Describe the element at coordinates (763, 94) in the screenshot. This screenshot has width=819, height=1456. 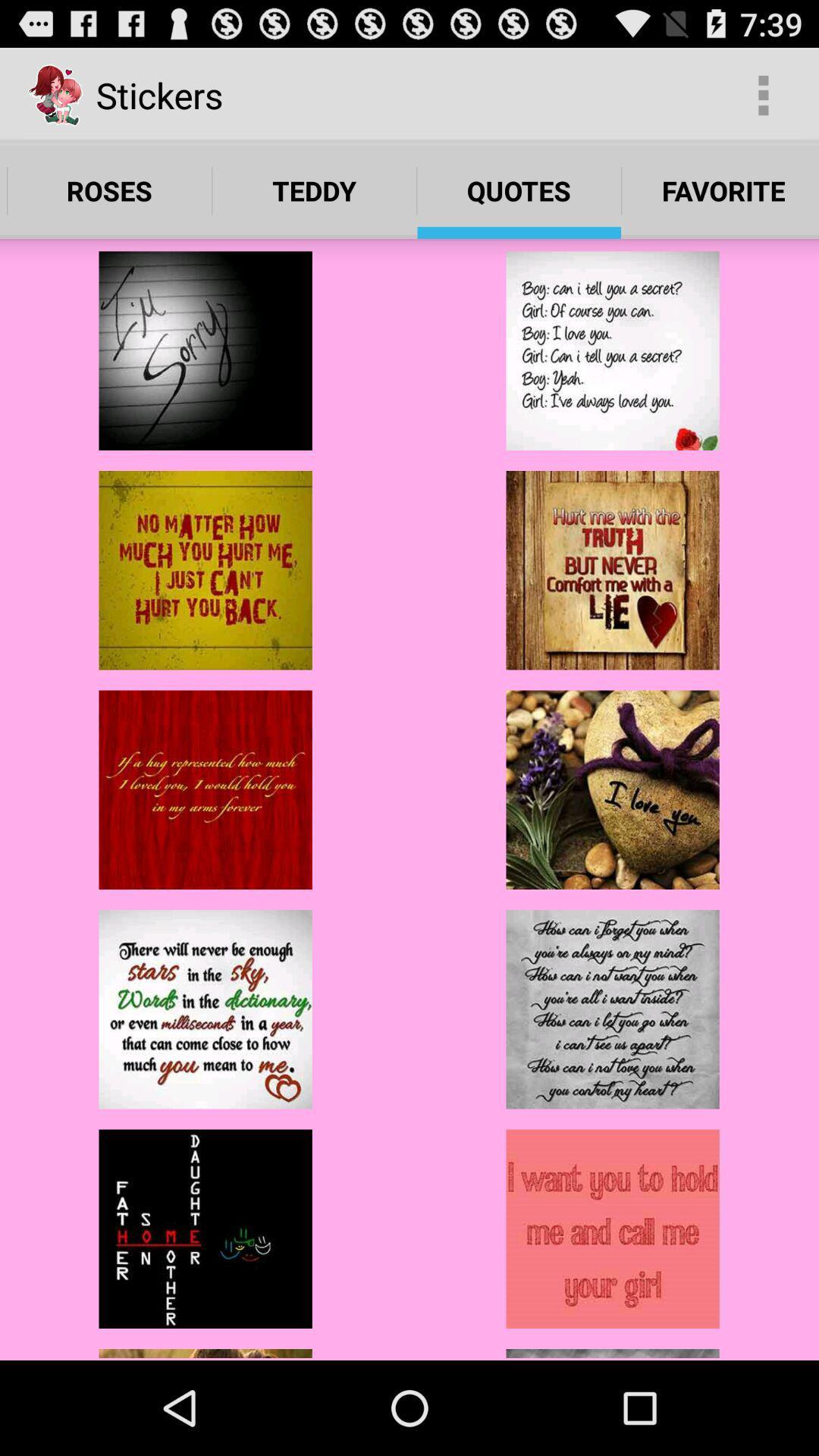
I see `the item to the right of the stickers icon` at that location.